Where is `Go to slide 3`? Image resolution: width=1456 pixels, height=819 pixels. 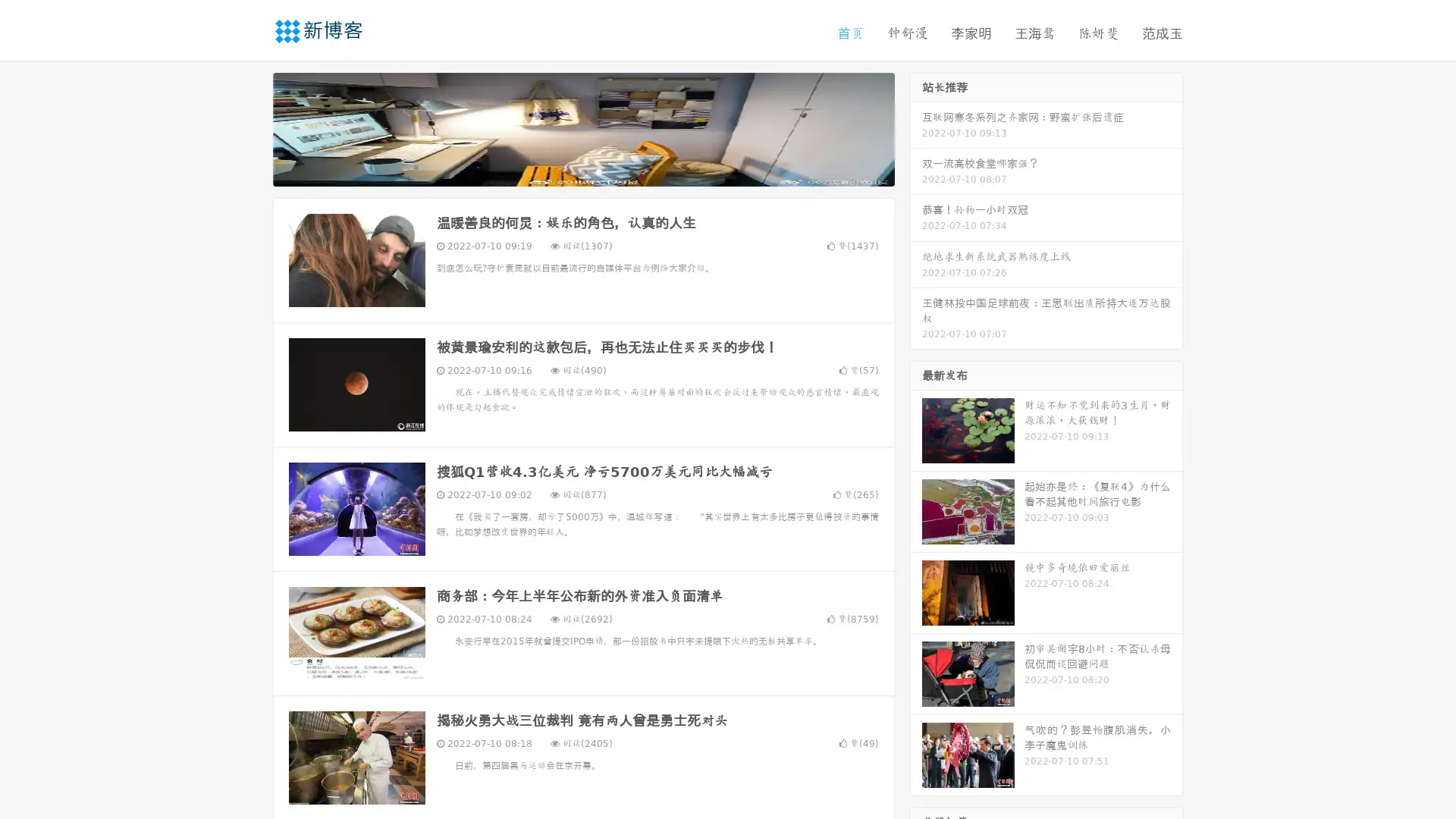
Go to slide 3 is located at coordinates (598, 171).